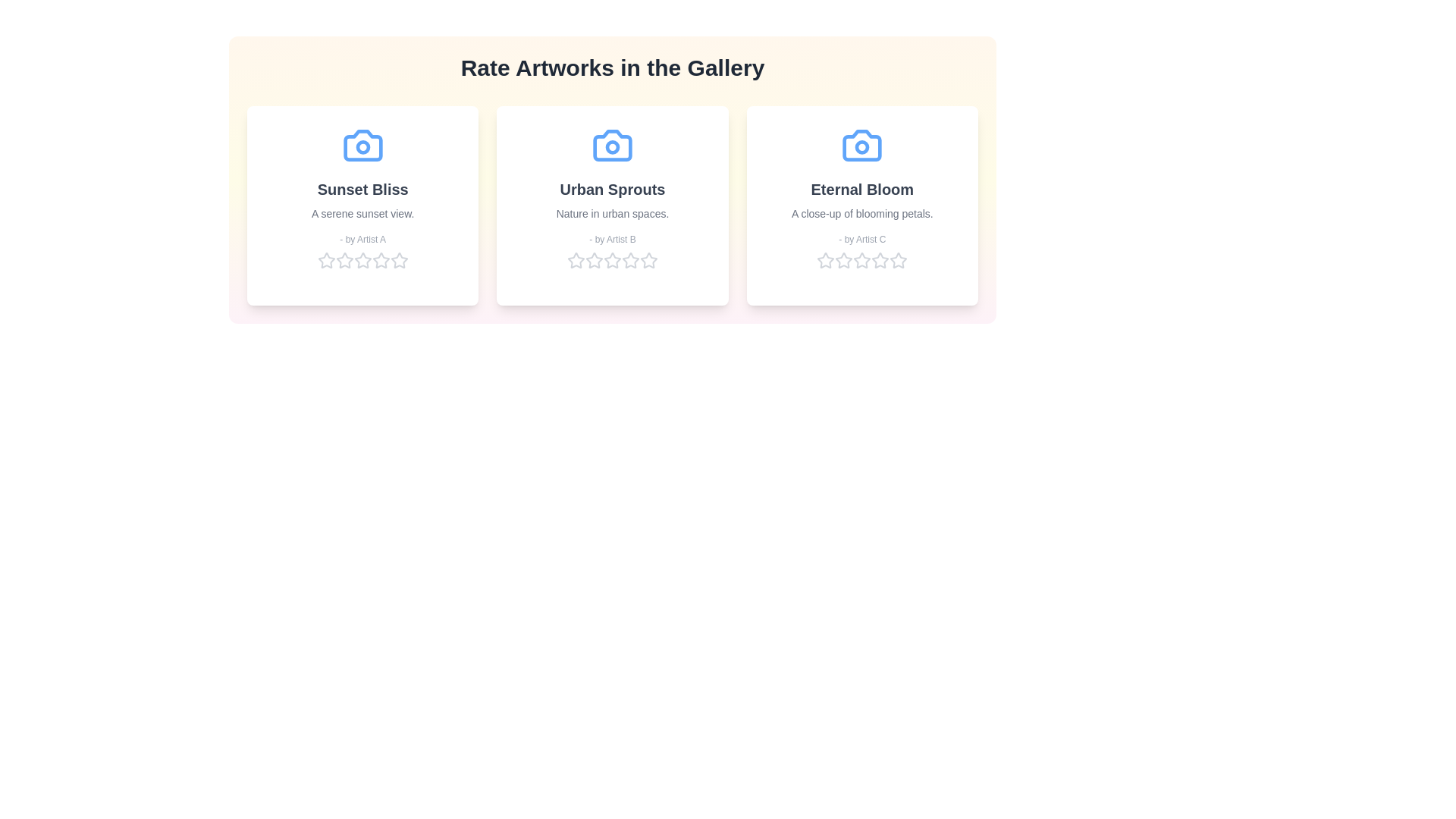 Image resolution: width=1456 pixels, height=819 pixels. Describe the element at coordinates (381, 259) in the screenshot. I see `the star corresponding to 4 for the artwork 'Sunset Bliss' to set its rating` at that location.